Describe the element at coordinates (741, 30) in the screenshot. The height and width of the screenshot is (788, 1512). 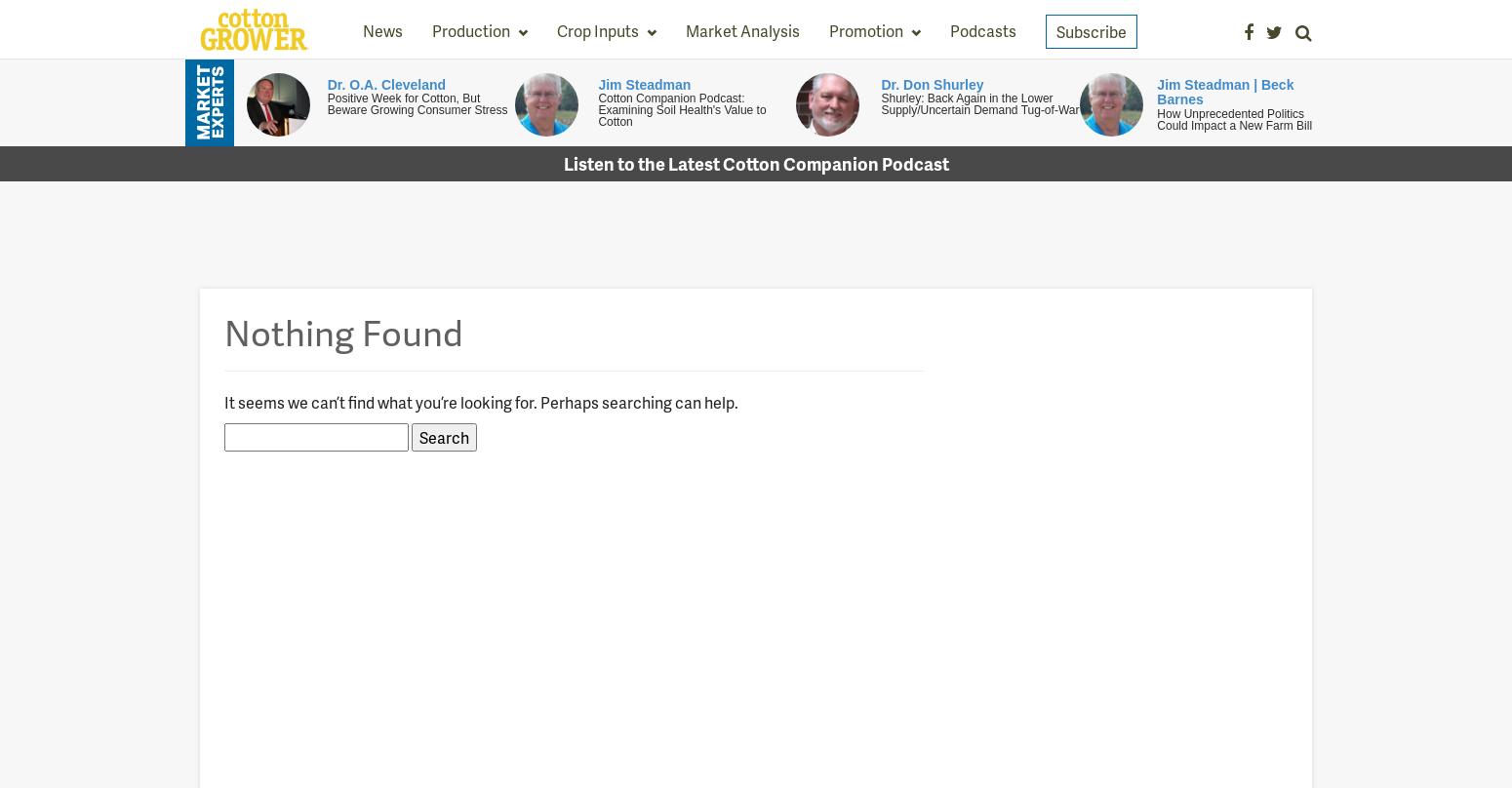
I see `'Market Analysis'` at that location.